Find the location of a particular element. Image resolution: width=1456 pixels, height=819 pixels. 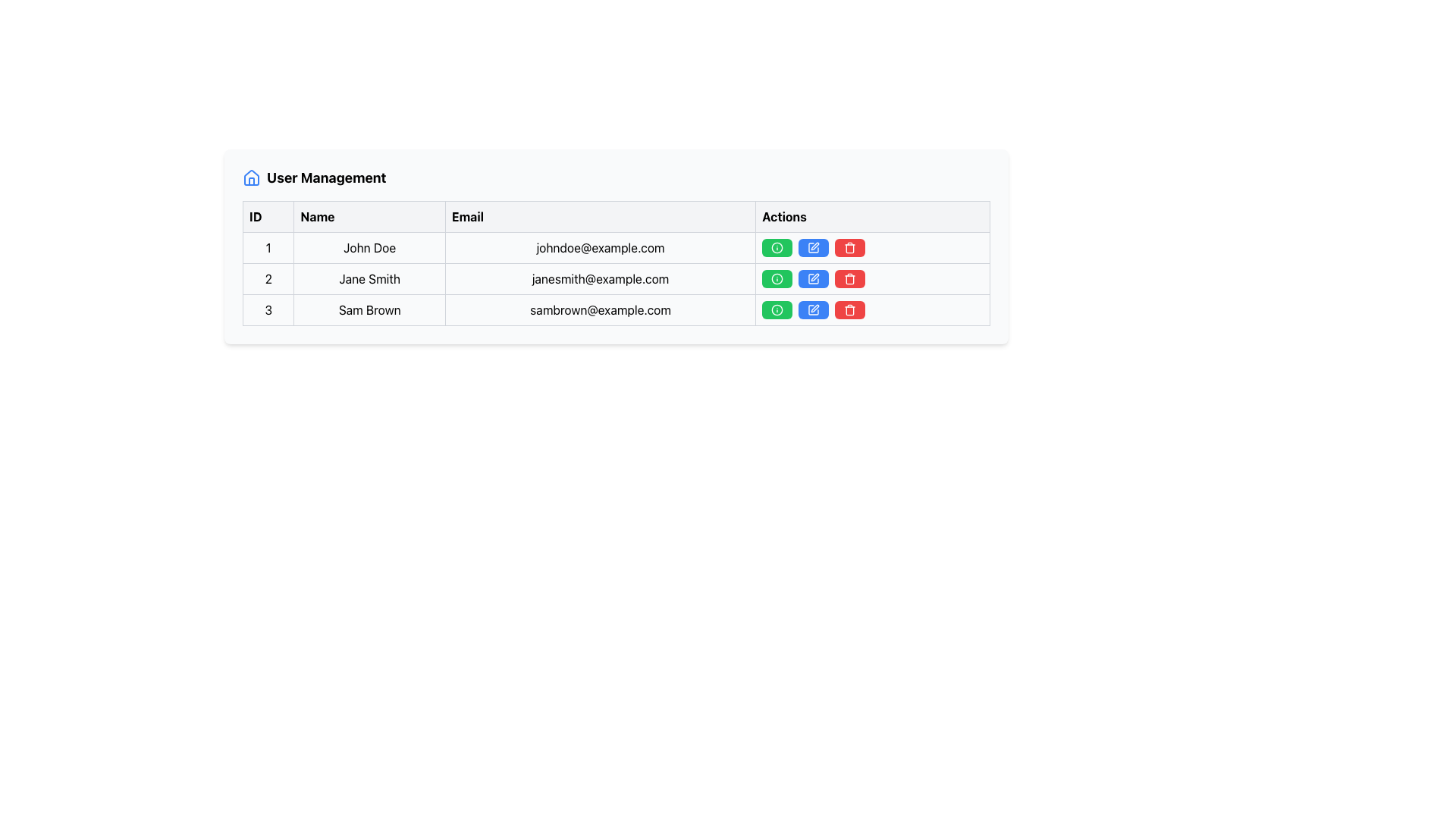

the green circular button with an information icon located in the second row of the 'Actions' column, adjacent to the email 'janesmith@example.com' is located at coordinates (777, 278).